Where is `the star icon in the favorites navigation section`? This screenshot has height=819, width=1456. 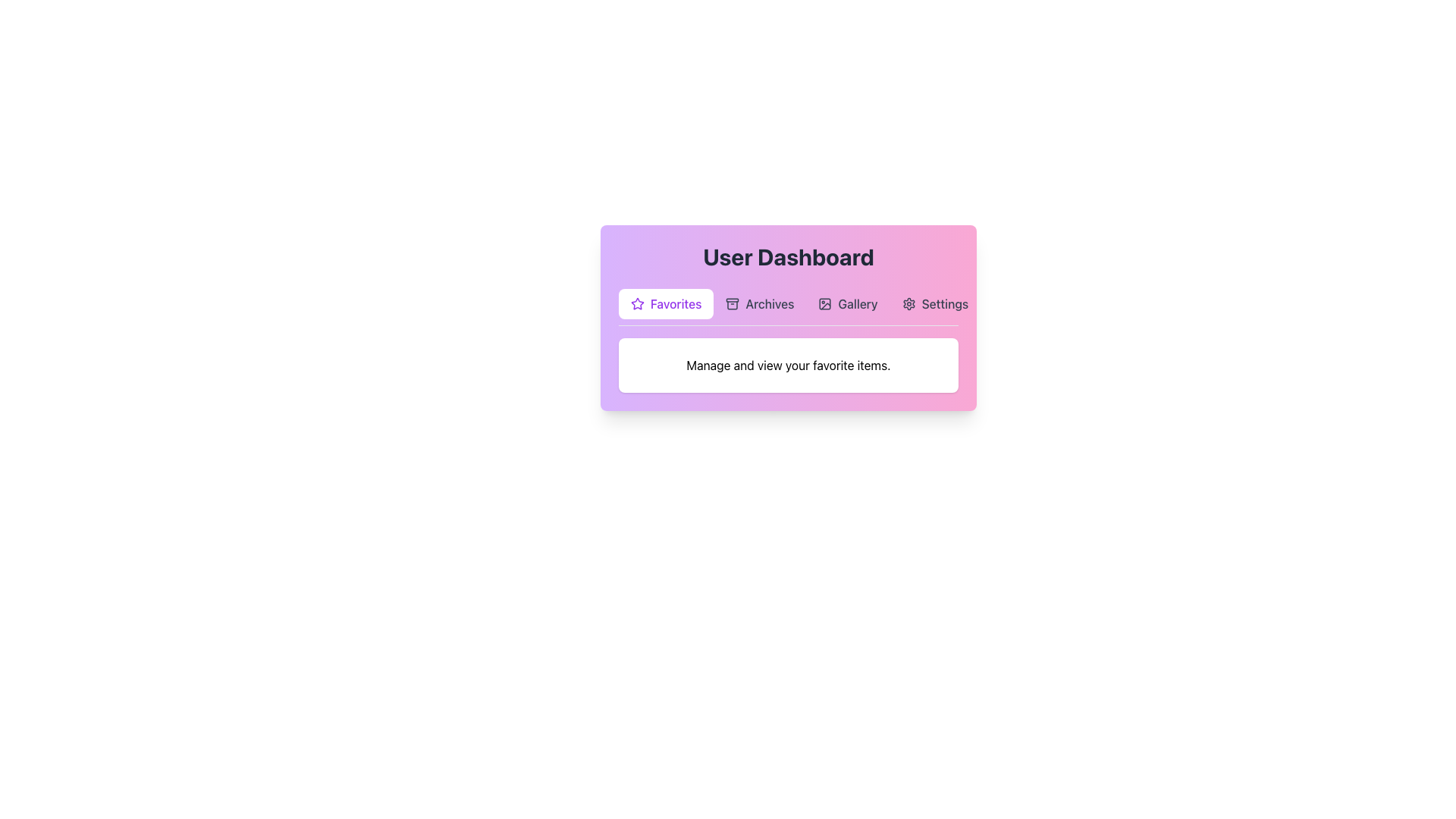
the star icon in the favorites navigation section is located at coordinates (637, 303).